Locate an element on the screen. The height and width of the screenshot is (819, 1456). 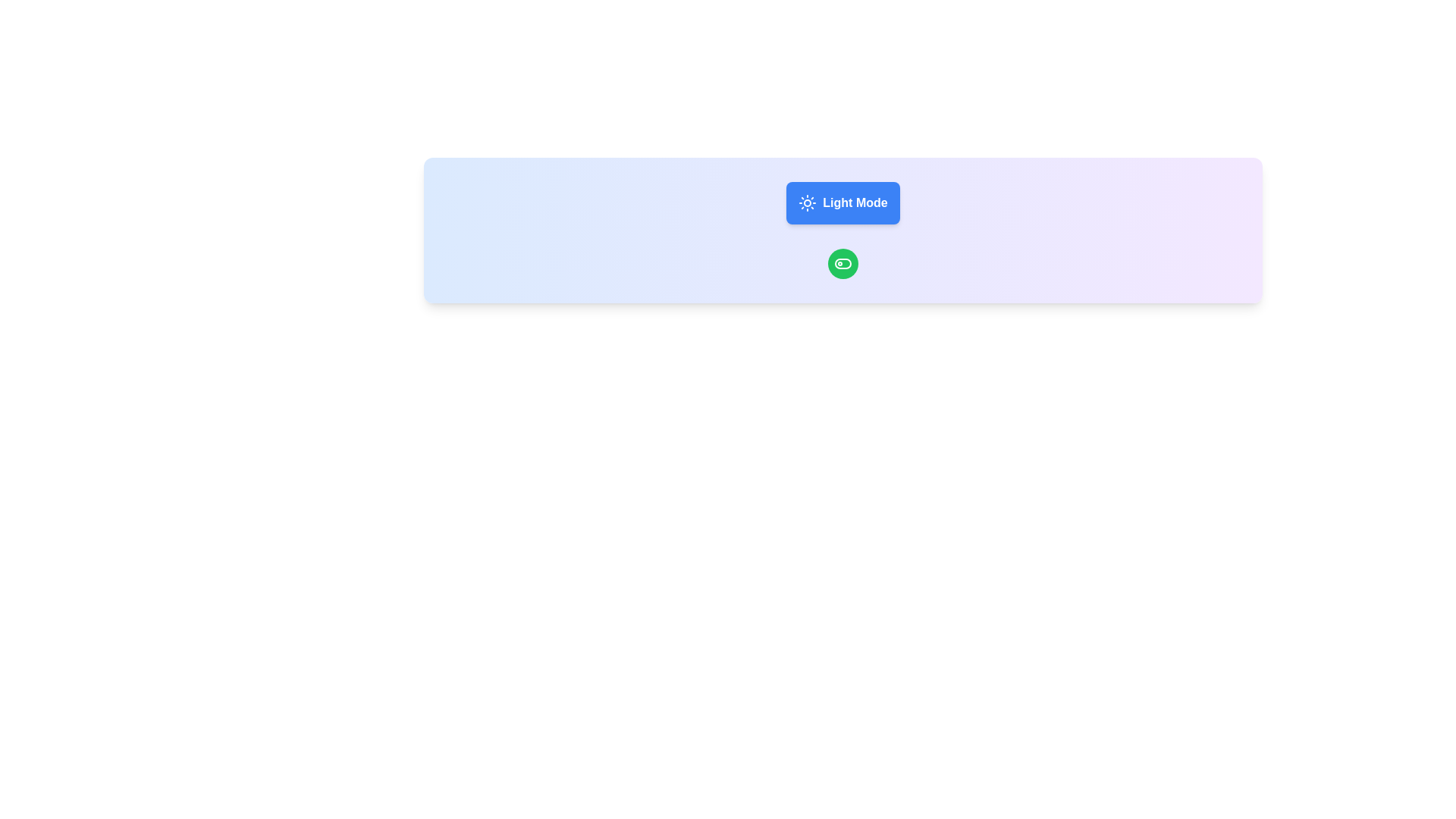
the toggle button located centrally within the bottom section of the highlighted card under the 'Light Mode' label to potentially reveal a tooltip is located at coordinates (843, 262).